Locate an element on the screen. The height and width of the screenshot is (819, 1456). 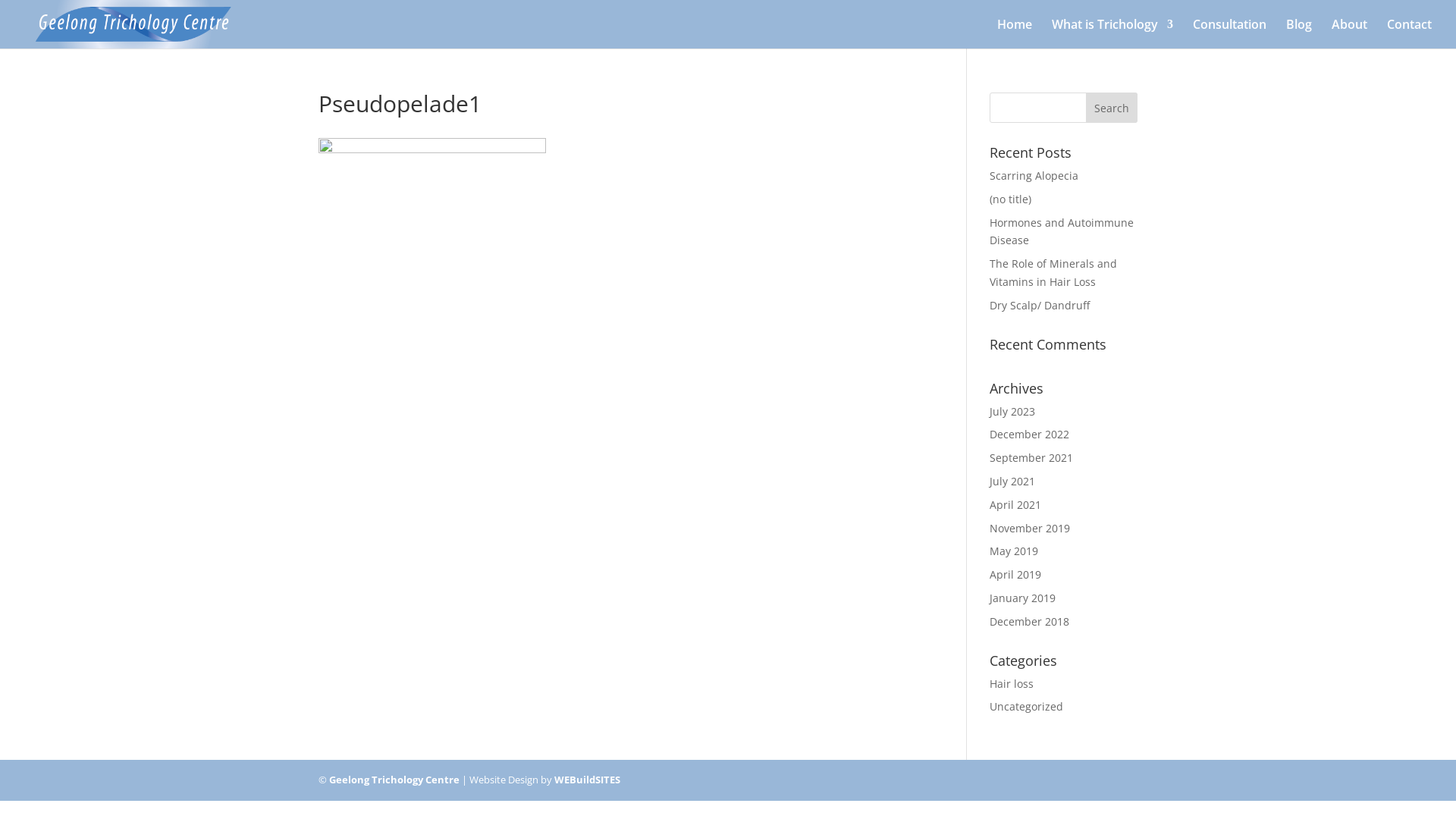
'November 2019' is located at coordinates (1030, 527).